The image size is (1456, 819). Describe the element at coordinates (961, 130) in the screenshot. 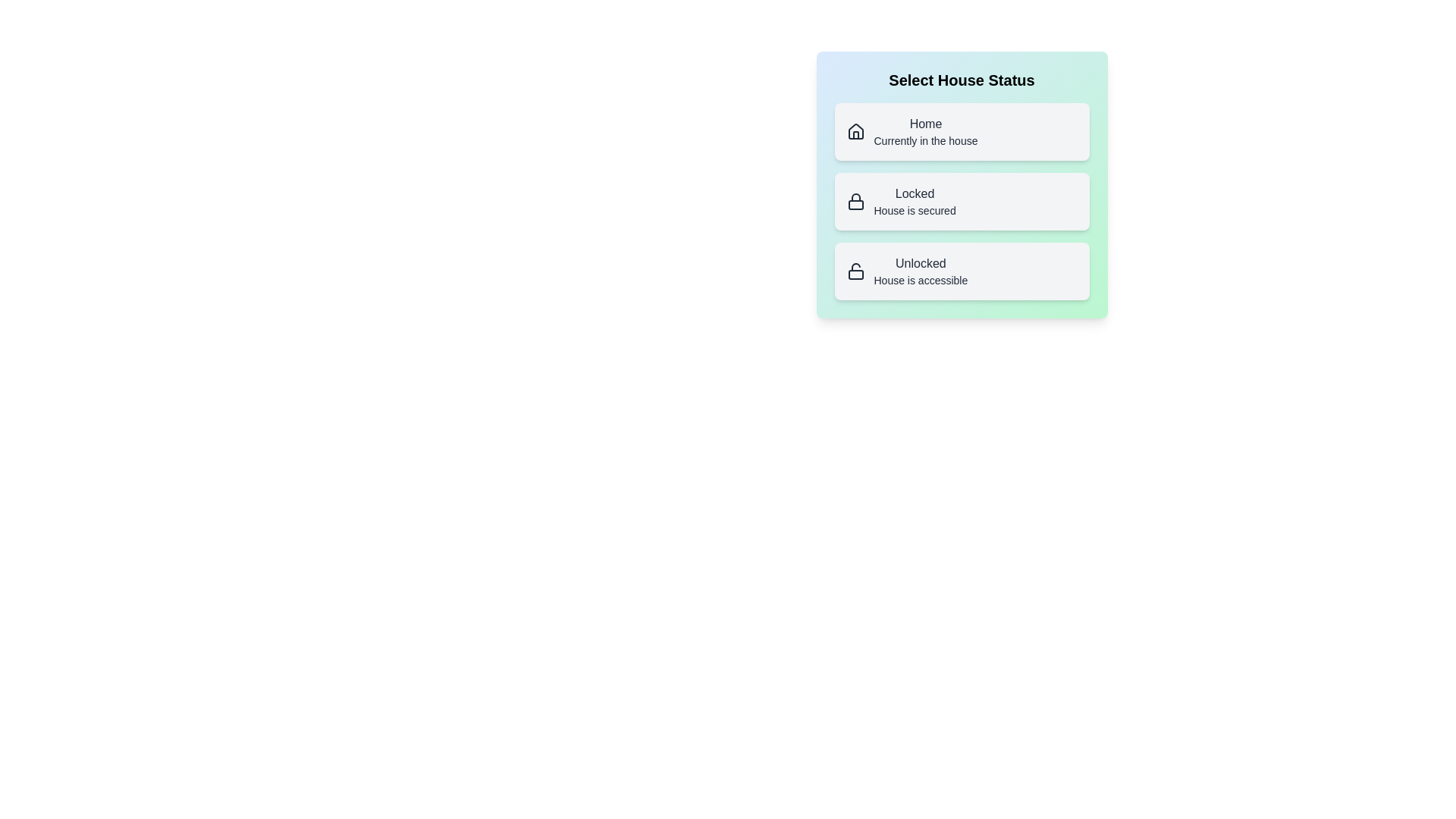

I see `the button labeled Home to observe its hover effect` at that location.